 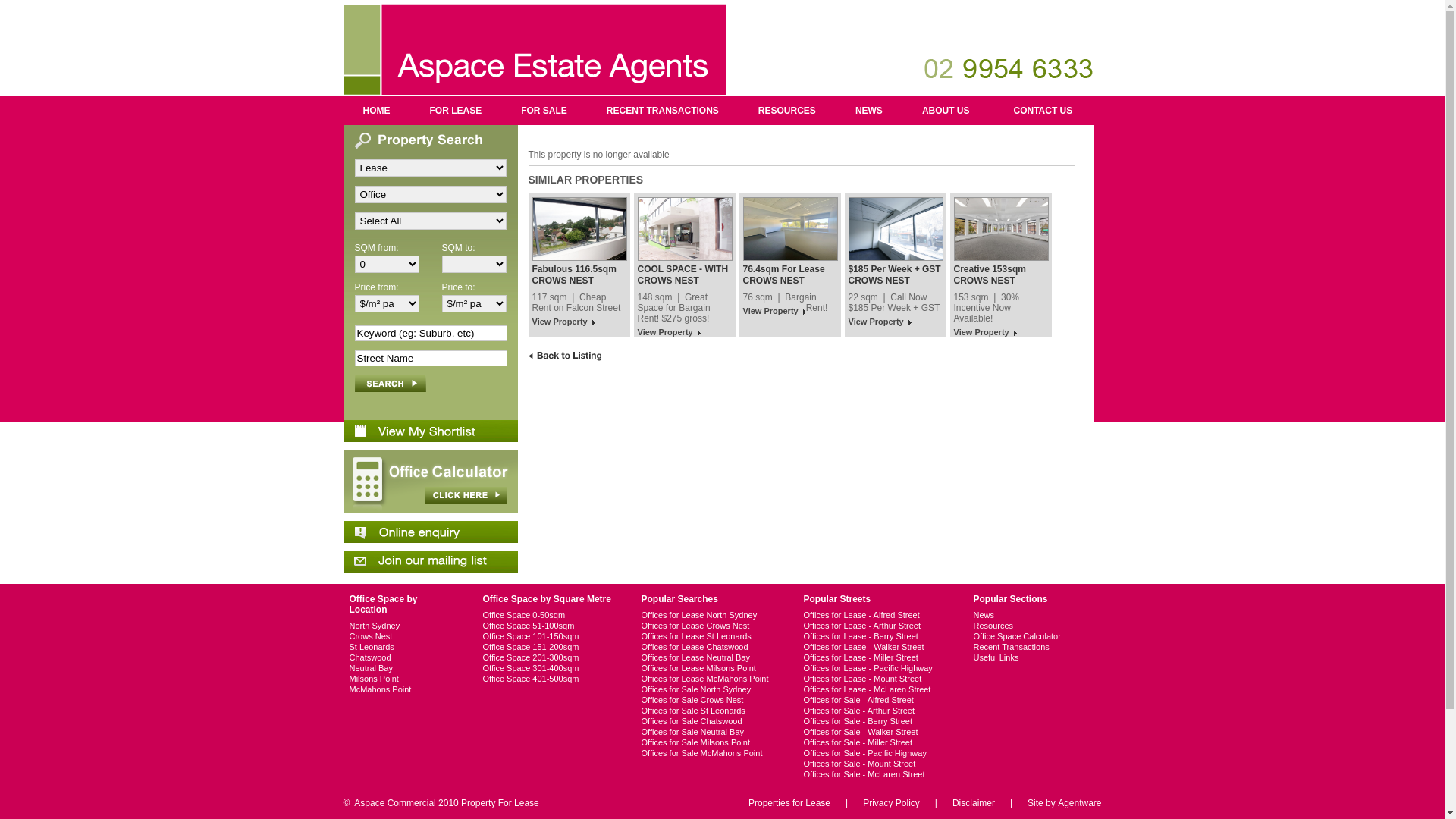 What do you see at coordinates (641, 657) in the screenshot?
I see `'Offices for Lease Neutral Bay'` at bounding box center [641, 657].